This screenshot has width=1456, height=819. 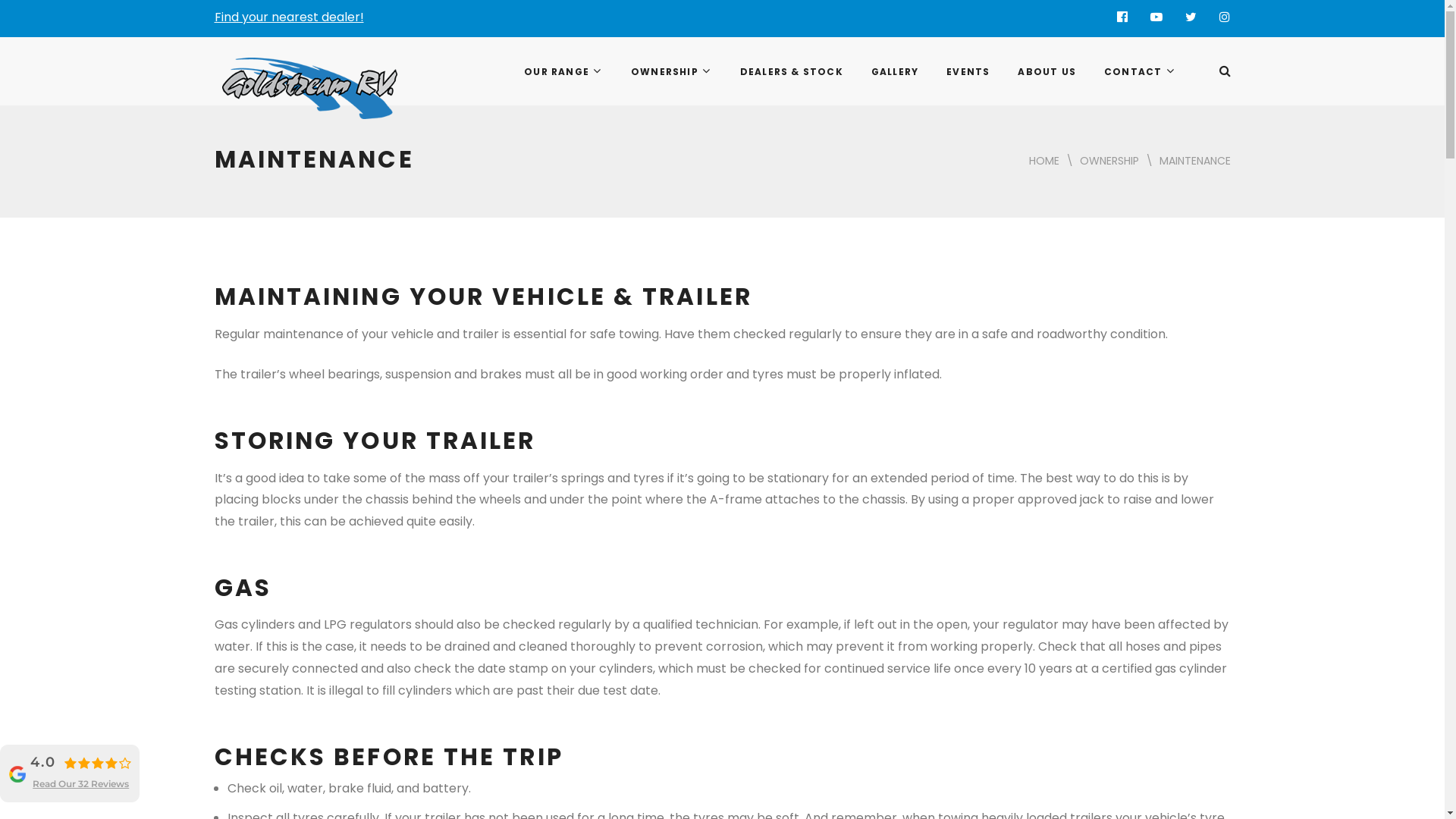 I want to click on 'ABOUT US', so click(x=1002, y=71).